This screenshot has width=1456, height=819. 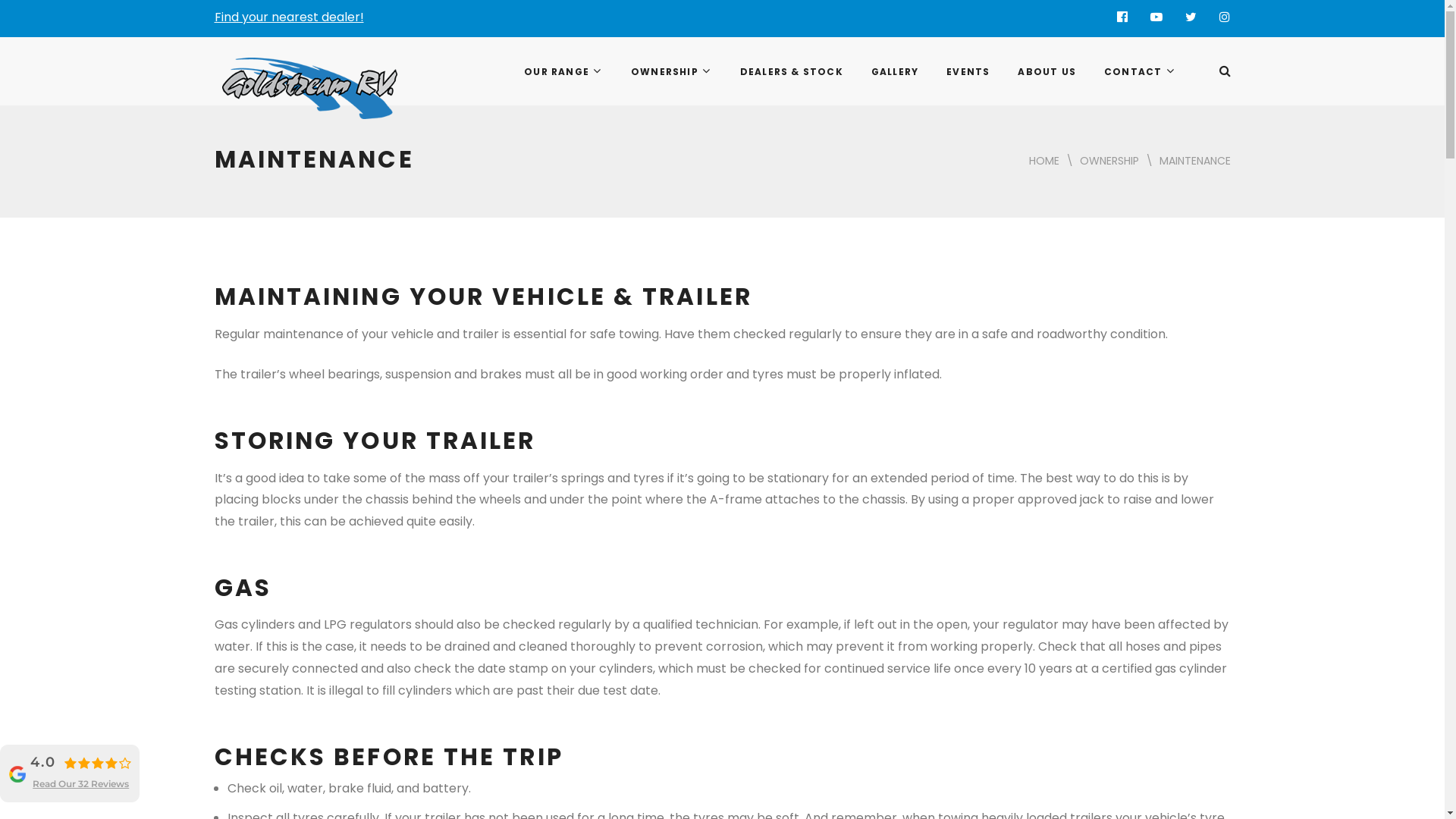 I want to click on 'ABOUT US', so click(x=1002, y=71).